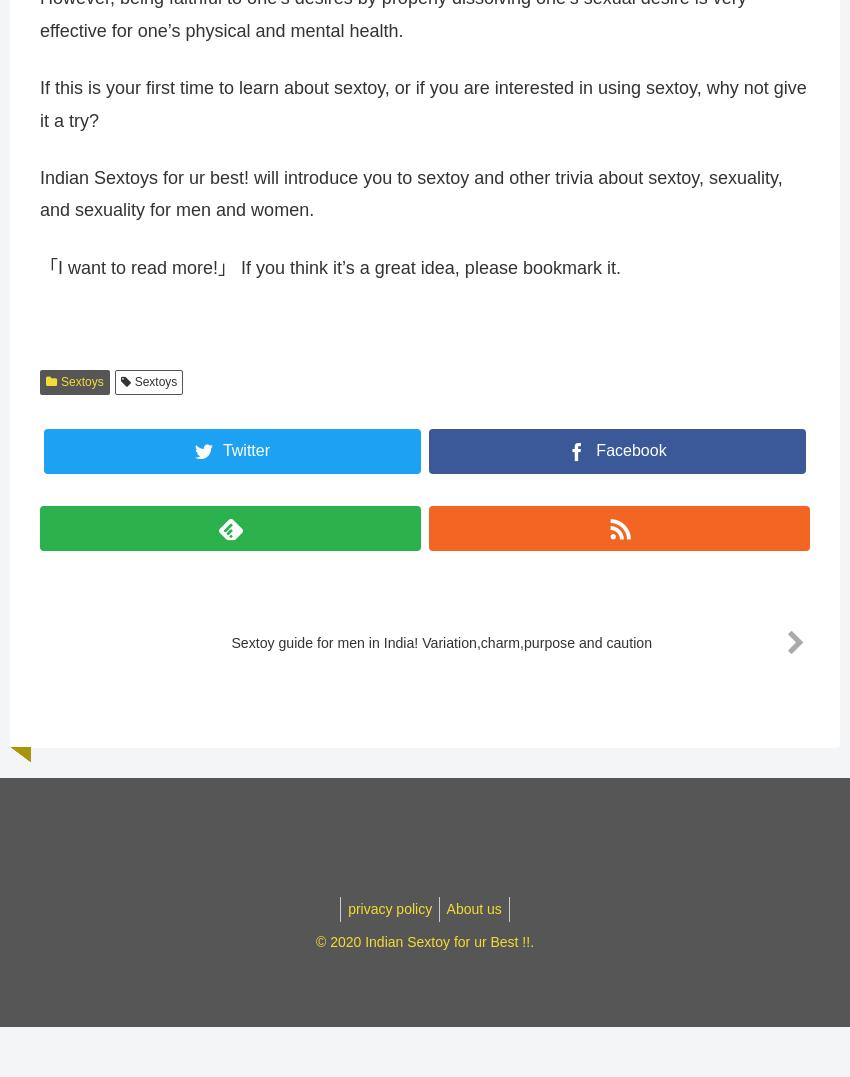  What do you see at coordinates (410, 202) in the screenshot?
I see `'Indian Sextoys for ur best! will introduce you to sextoy and other trivia about sextoy, sexuality, and sexuality for men and women.'` at bounding box center [410, 202].